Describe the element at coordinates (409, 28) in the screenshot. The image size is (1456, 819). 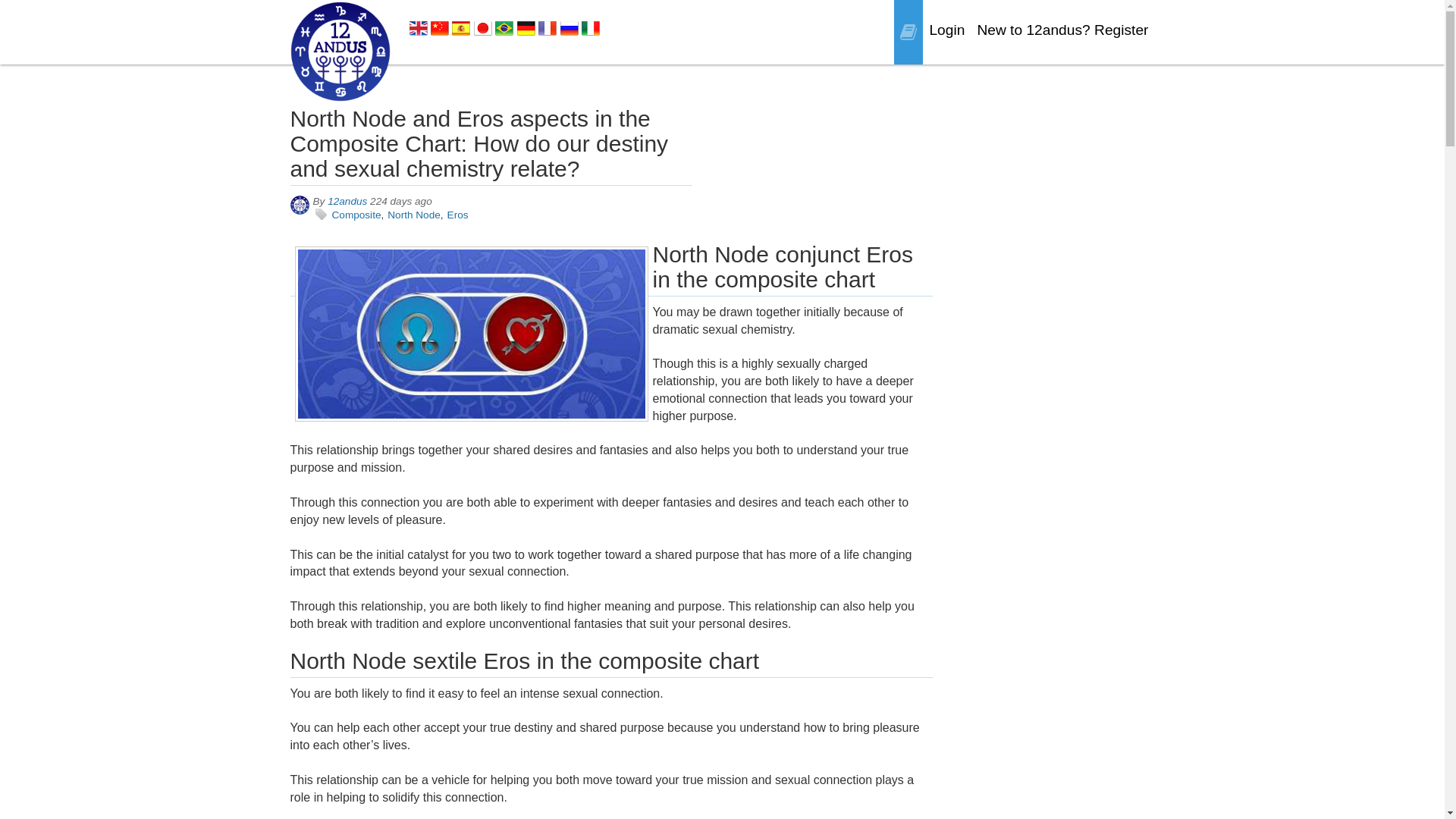
I see `'English'` at that location.